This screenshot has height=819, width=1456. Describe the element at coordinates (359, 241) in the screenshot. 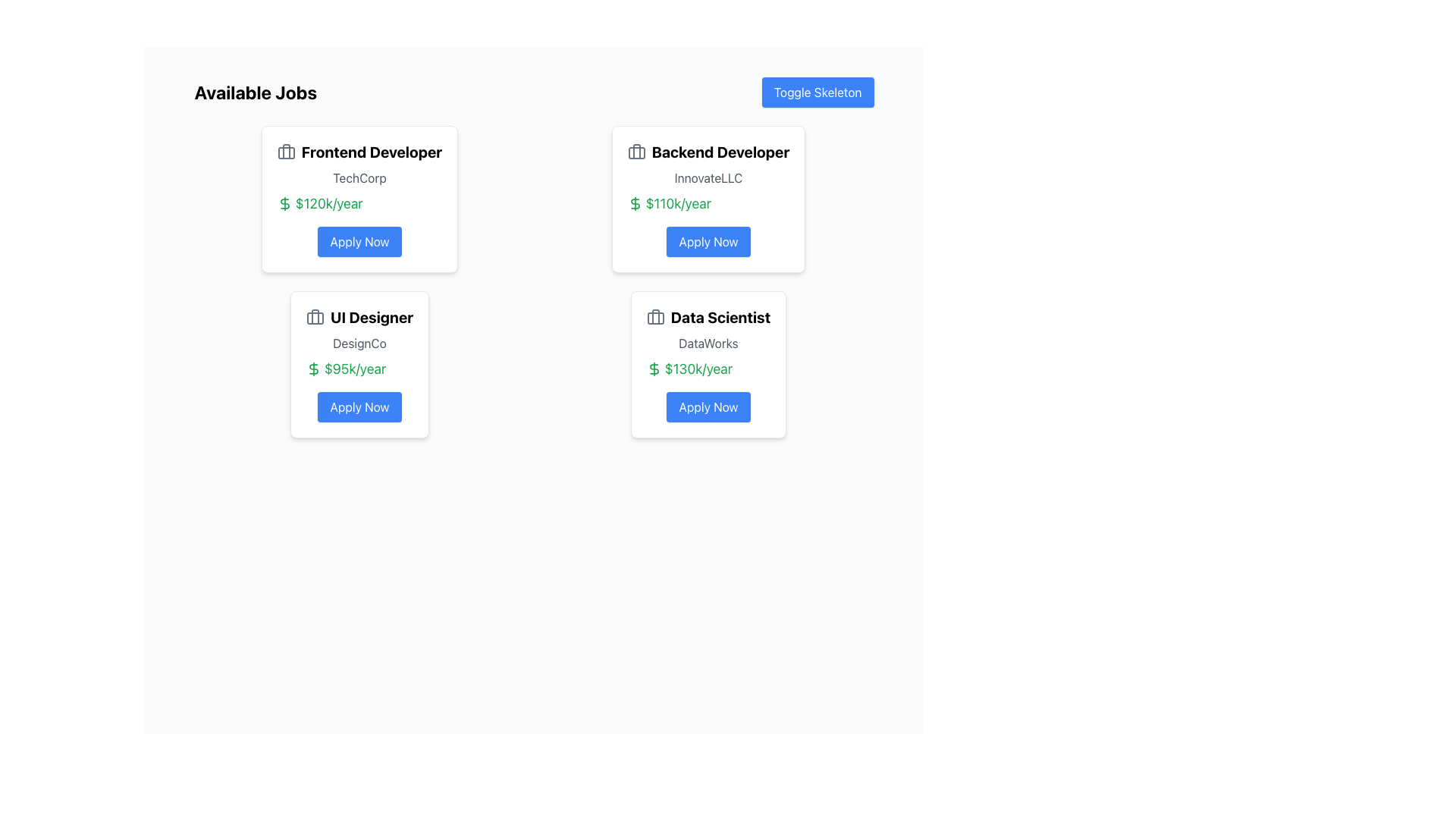

I see `the action button at the bottom of the job listing card for the 'Frontend Developer' position at 'TechCorp' to proceed with the application process` at that location.